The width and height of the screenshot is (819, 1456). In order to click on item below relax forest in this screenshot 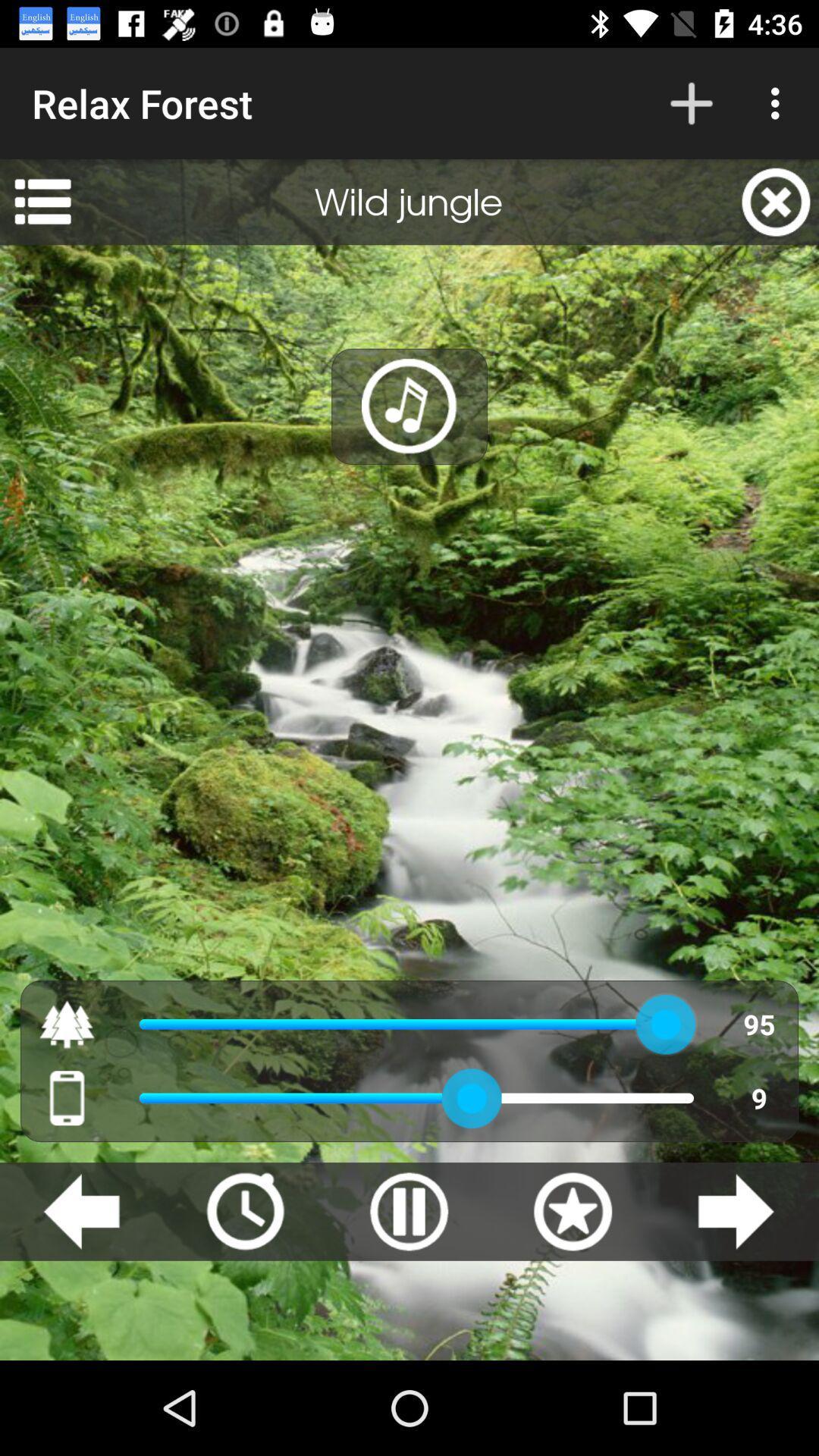, I will do `click(42, 201)`.